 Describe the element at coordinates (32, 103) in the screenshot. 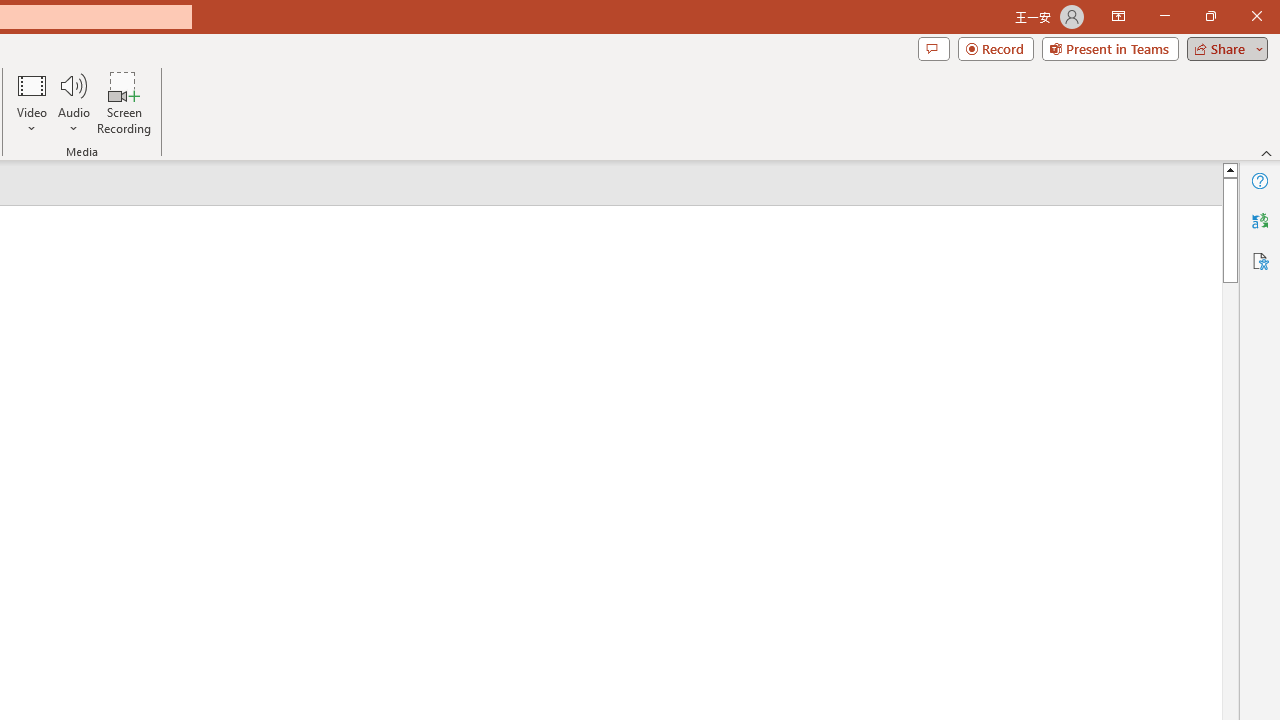

I see `'Video'` at that location.